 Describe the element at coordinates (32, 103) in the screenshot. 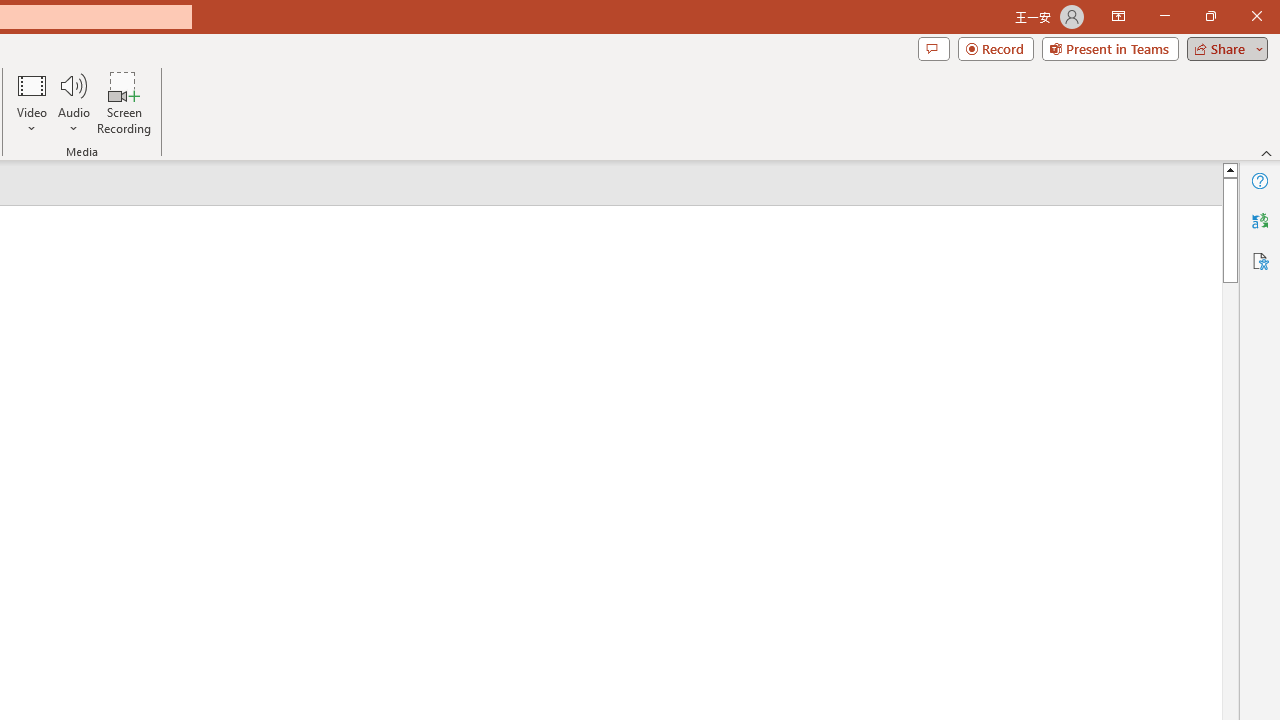

I see `'Video'` at that location.